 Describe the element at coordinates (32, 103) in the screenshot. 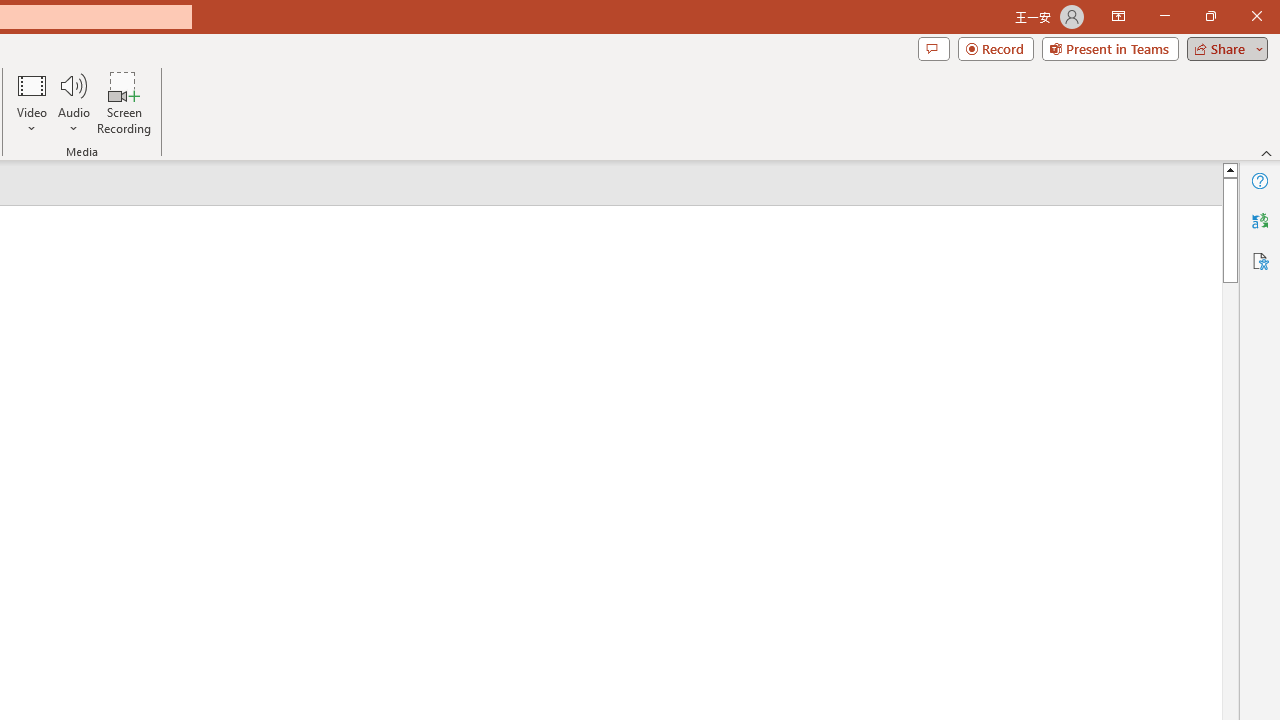

I see `'Video'` at that location.